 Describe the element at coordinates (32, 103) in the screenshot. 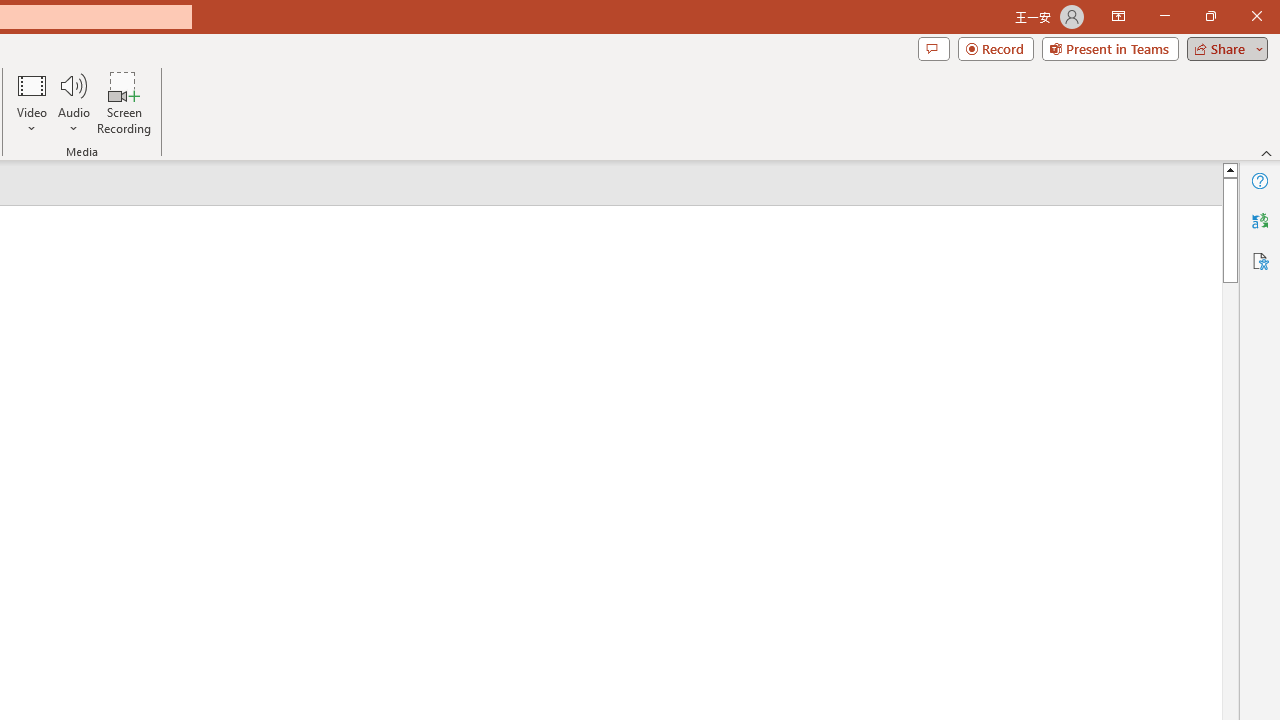

I see `'Video'` at that location.